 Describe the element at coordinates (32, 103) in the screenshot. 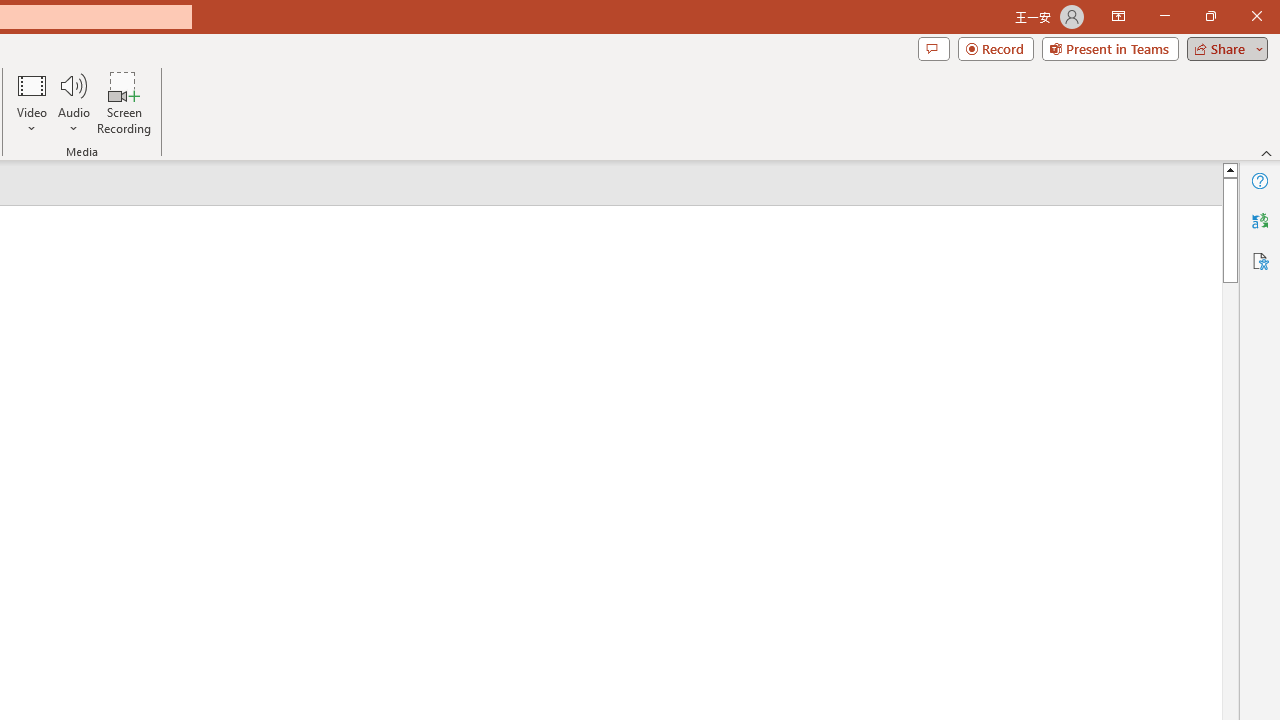

I see `'Video'` at that location.